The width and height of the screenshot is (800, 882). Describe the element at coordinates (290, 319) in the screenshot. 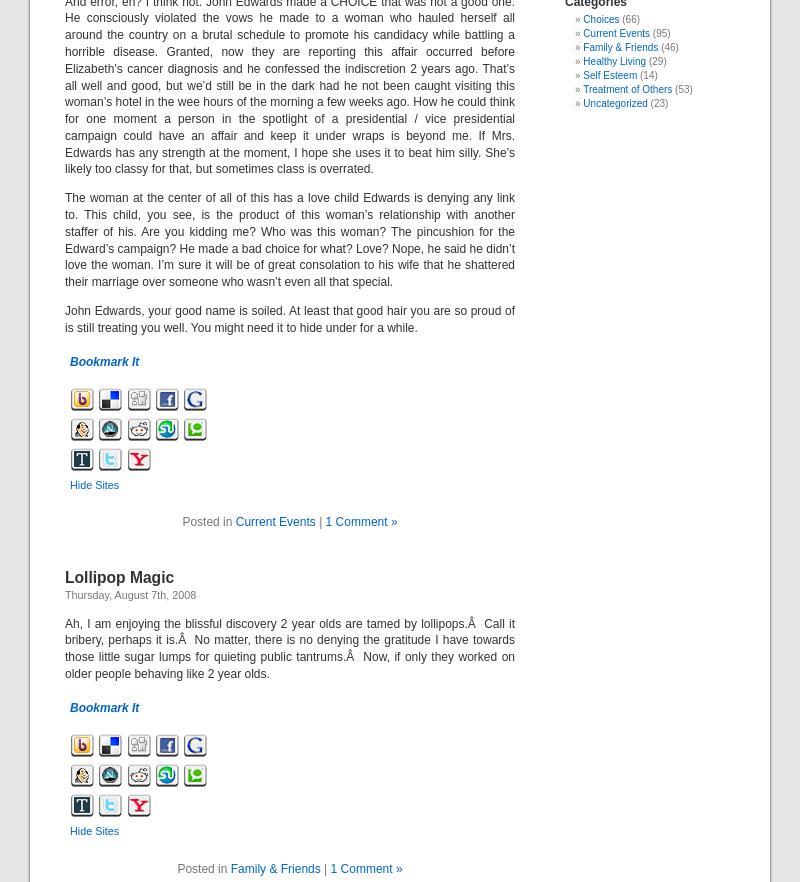

I see `'John Edwards, your good name is soiled.  At least that good hair you are so proud of is still treating you well.  You might need it to hide under for a while.'` at that location.